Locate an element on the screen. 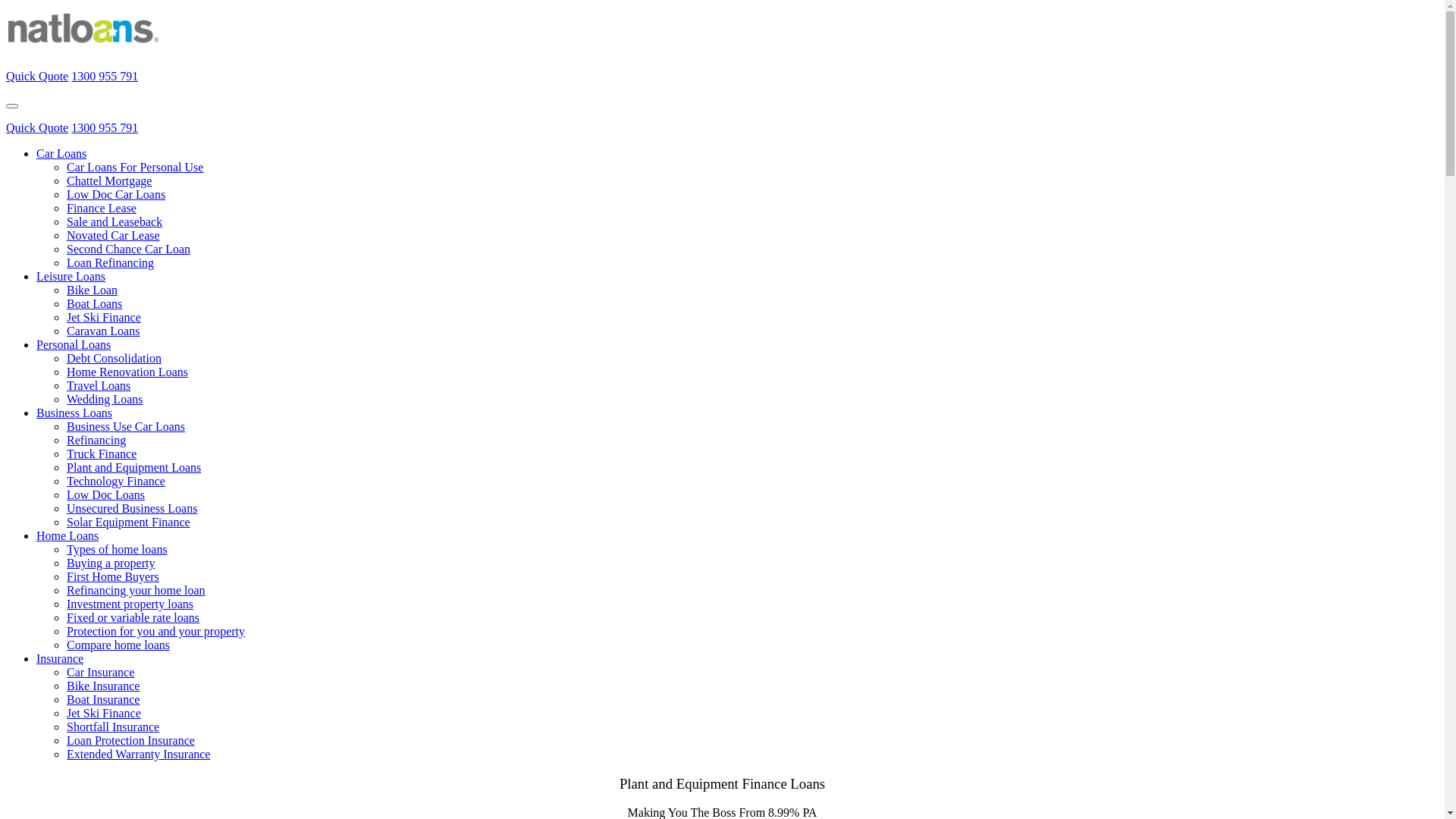 This screenshot has height=819, width=1456. 'Loan Protection Insurance' is located at coordinates (130, 739).